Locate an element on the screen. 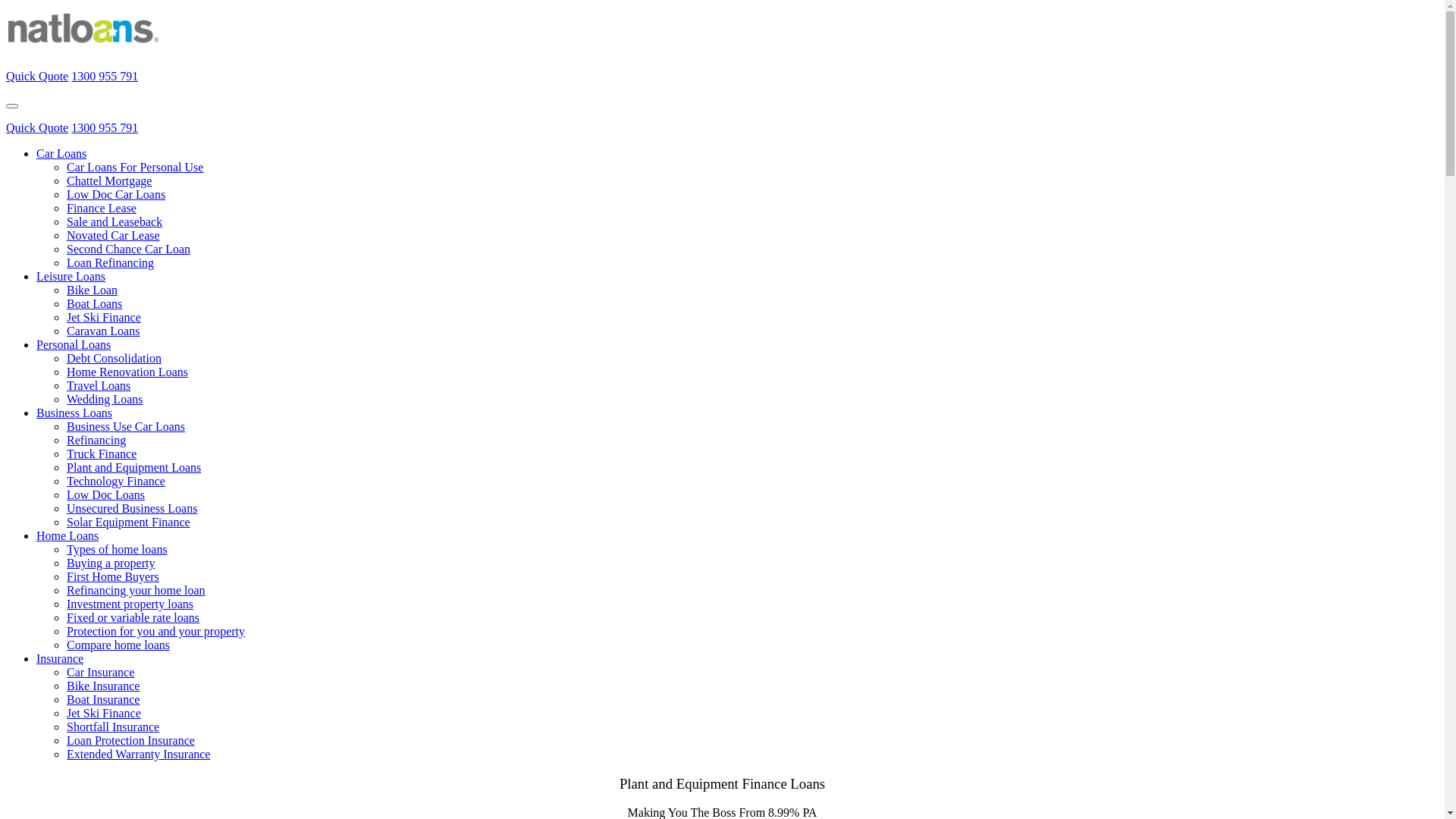 This screenshot has height=819, width=1456. 'Loan Protection Insurance' is located at coordinates (130, 739).